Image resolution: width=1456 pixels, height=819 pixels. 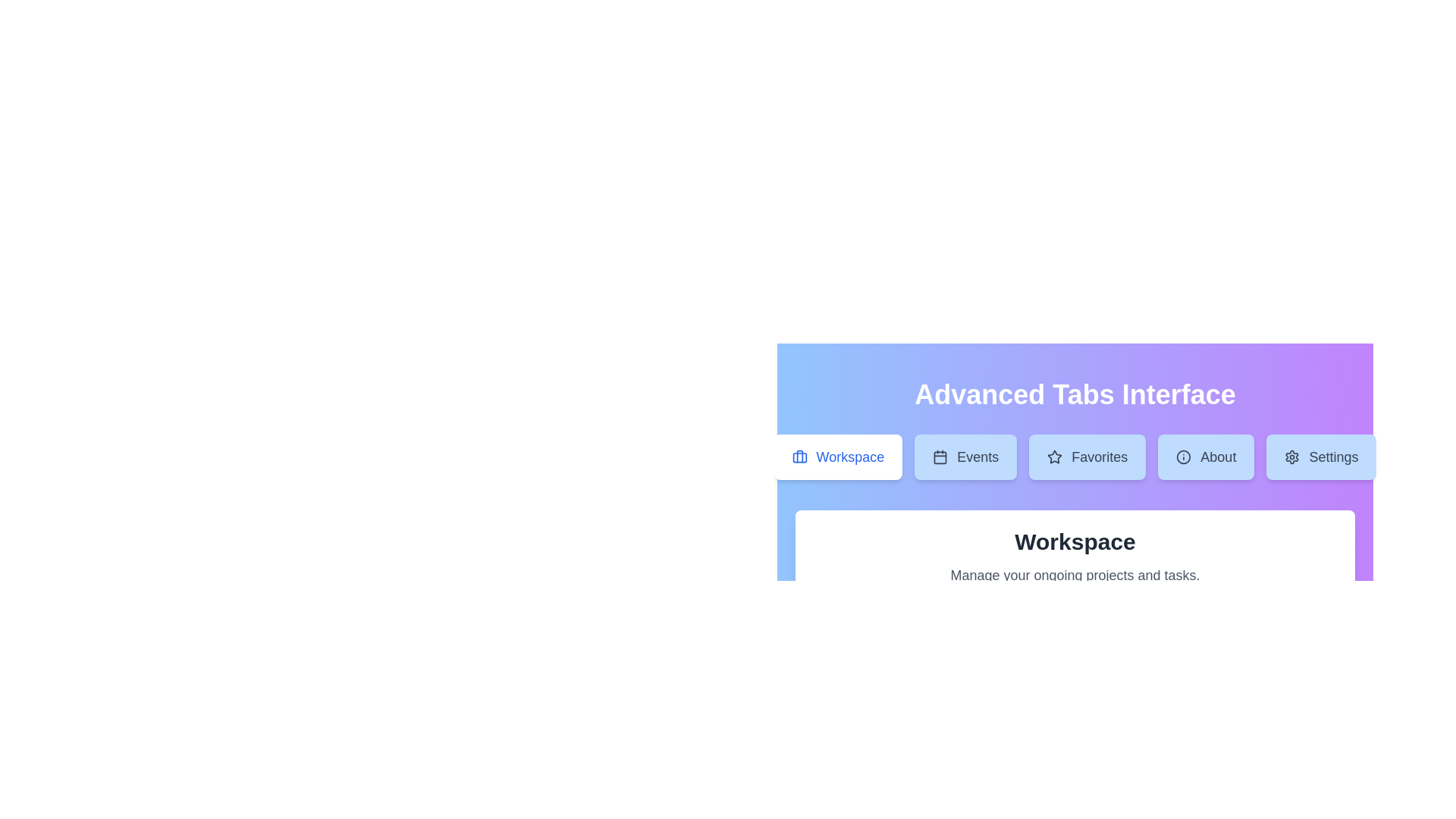 I want to click on the central cogwheel design of the 'Settings' button located at the far right of the horizontal navigation menu, so click(x=1291, y=456).